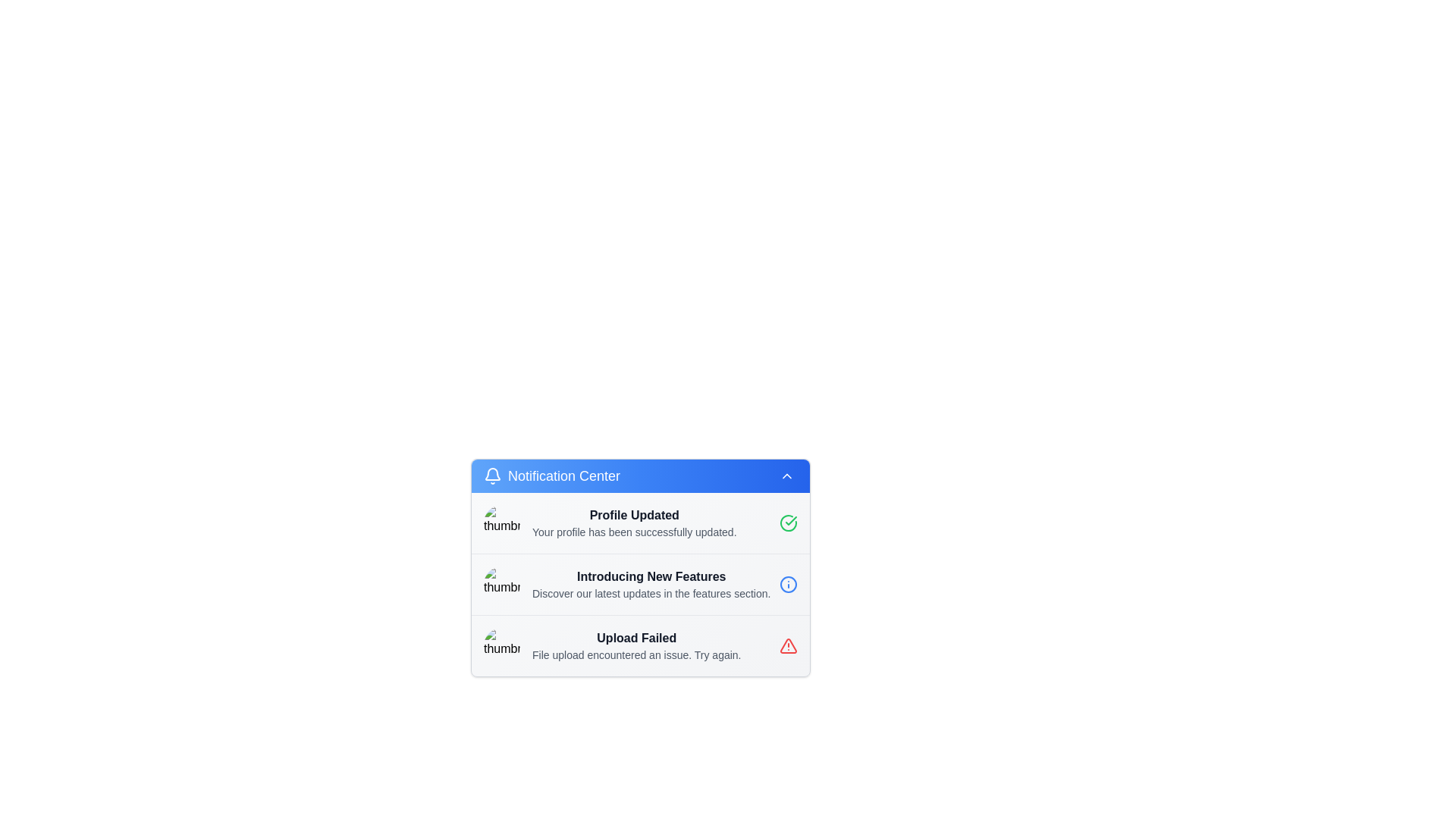 This screenshot has width=1456, height=819. I want to click on text content of the static notification item located in the middle section of the notification center, specifically the second notification in the list, so click(651, 584).